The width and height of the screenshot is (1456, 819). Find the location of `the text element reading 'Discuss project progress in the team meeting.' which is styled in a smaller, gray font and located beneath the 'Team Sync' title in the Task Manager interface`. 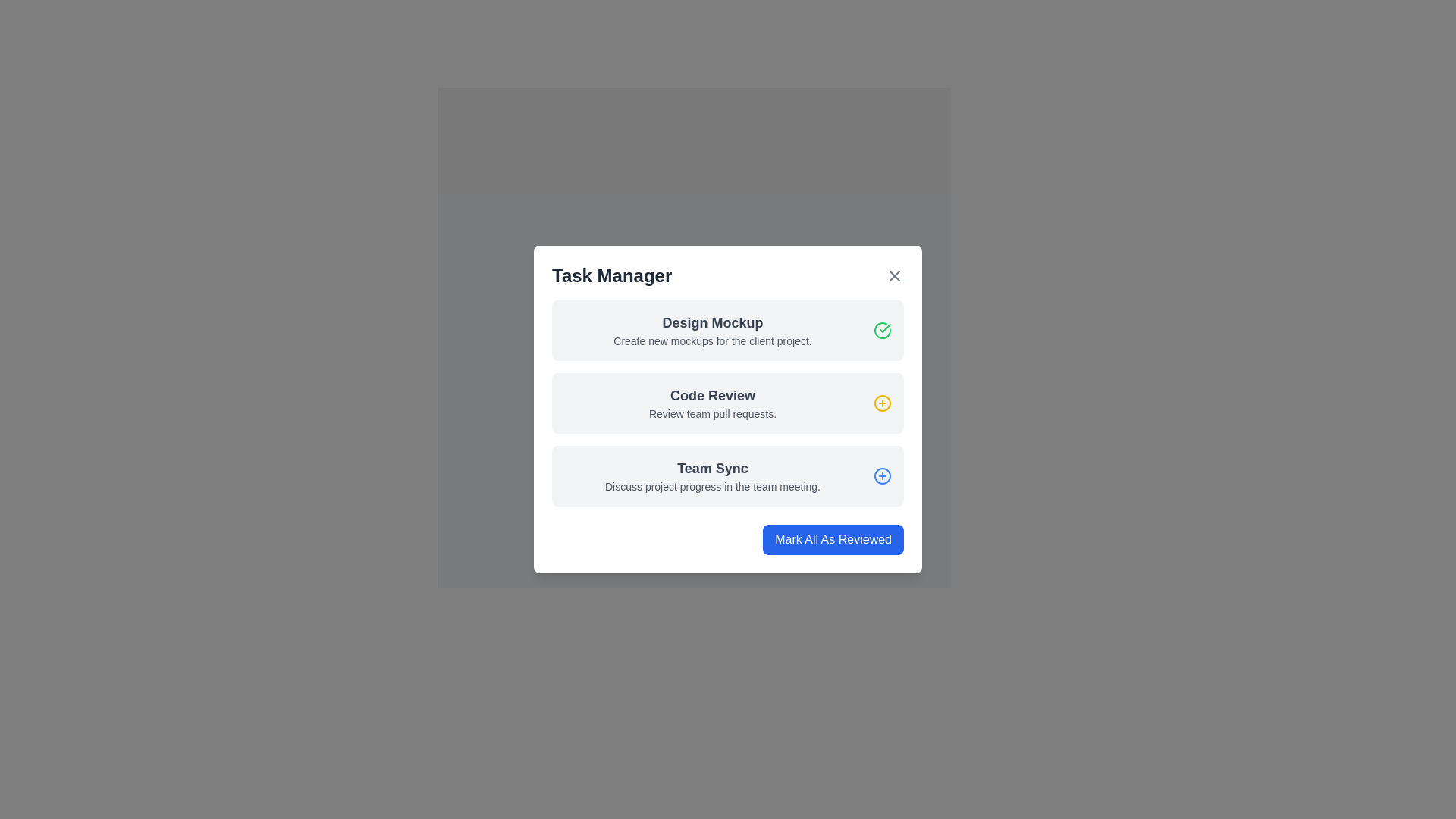

the text element reading 'Discuss project progress in the team meeting.' which is styled in a smaller, gray font and located beneath the 'Team Sync' title in the Task Manager interface is located at coordinates (712, 486).